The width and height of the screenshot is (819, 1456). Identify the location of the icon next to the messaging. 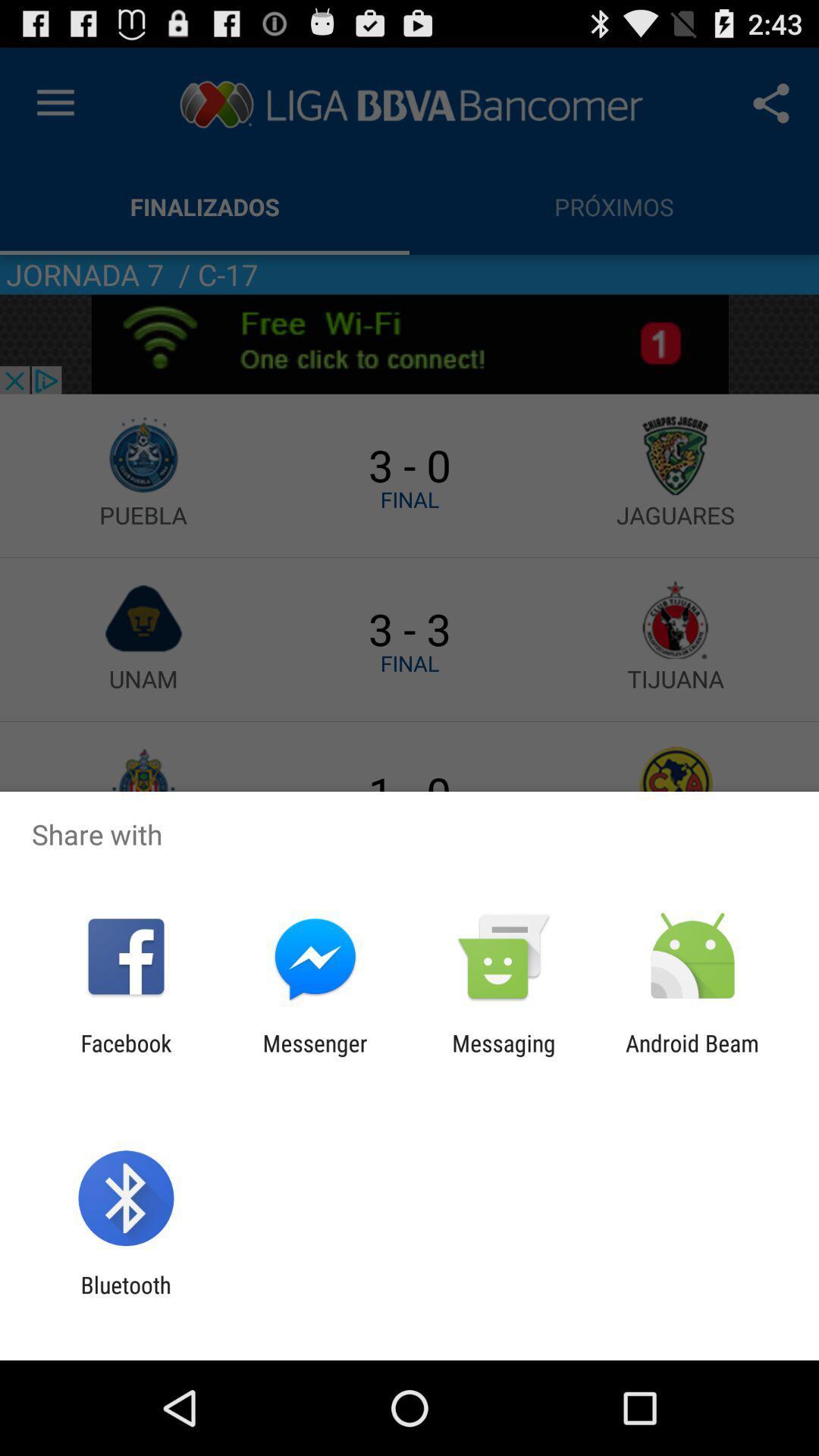
(314, 1056).